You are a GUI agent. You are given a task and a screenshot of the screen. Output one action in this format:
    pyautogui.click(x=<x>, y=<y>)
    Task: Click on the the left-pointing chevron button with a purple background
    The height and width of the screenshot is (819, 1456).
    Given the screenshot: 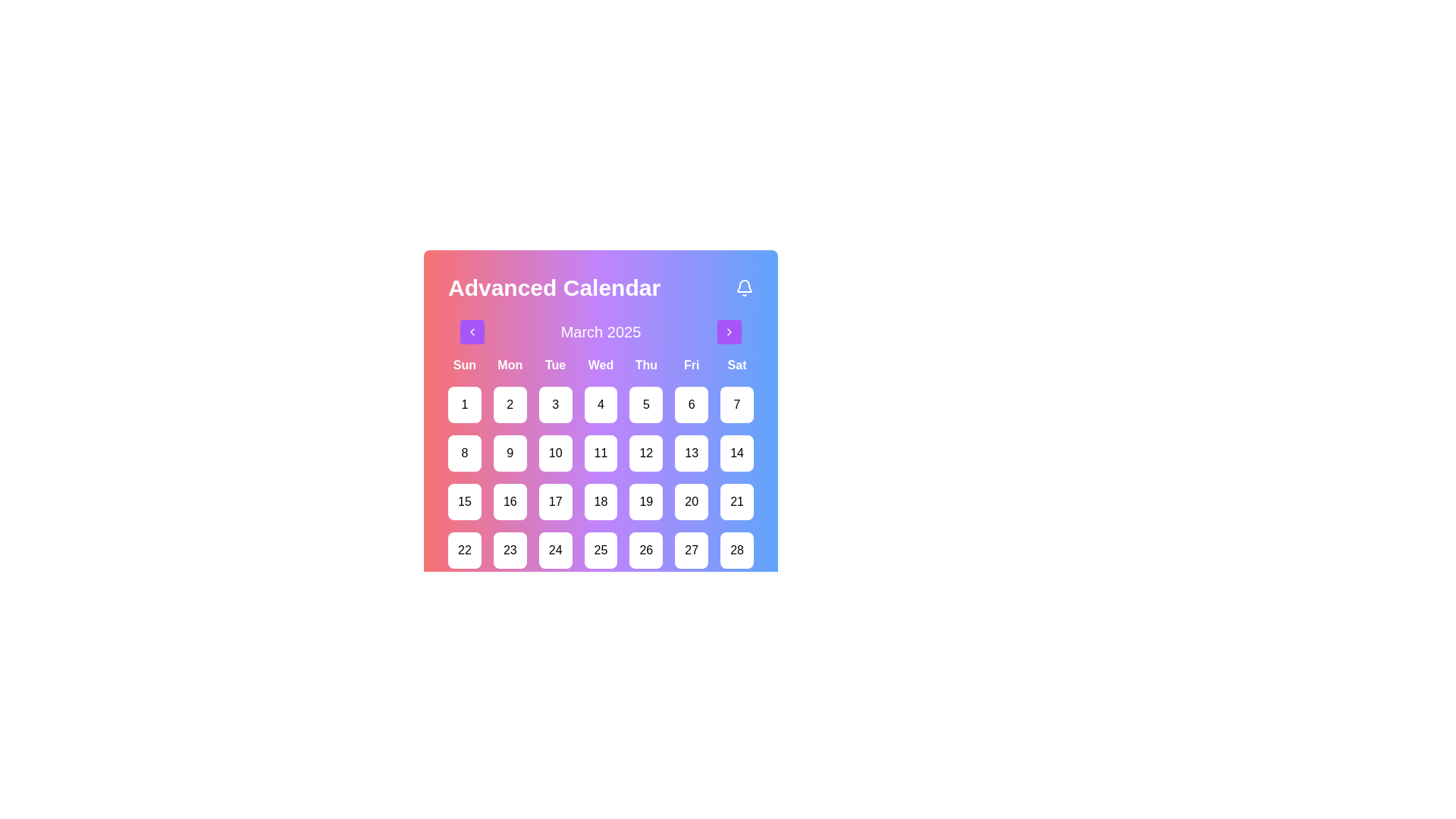 What is the action you would take?
    pyautogui.click(x=472, y=331)
    